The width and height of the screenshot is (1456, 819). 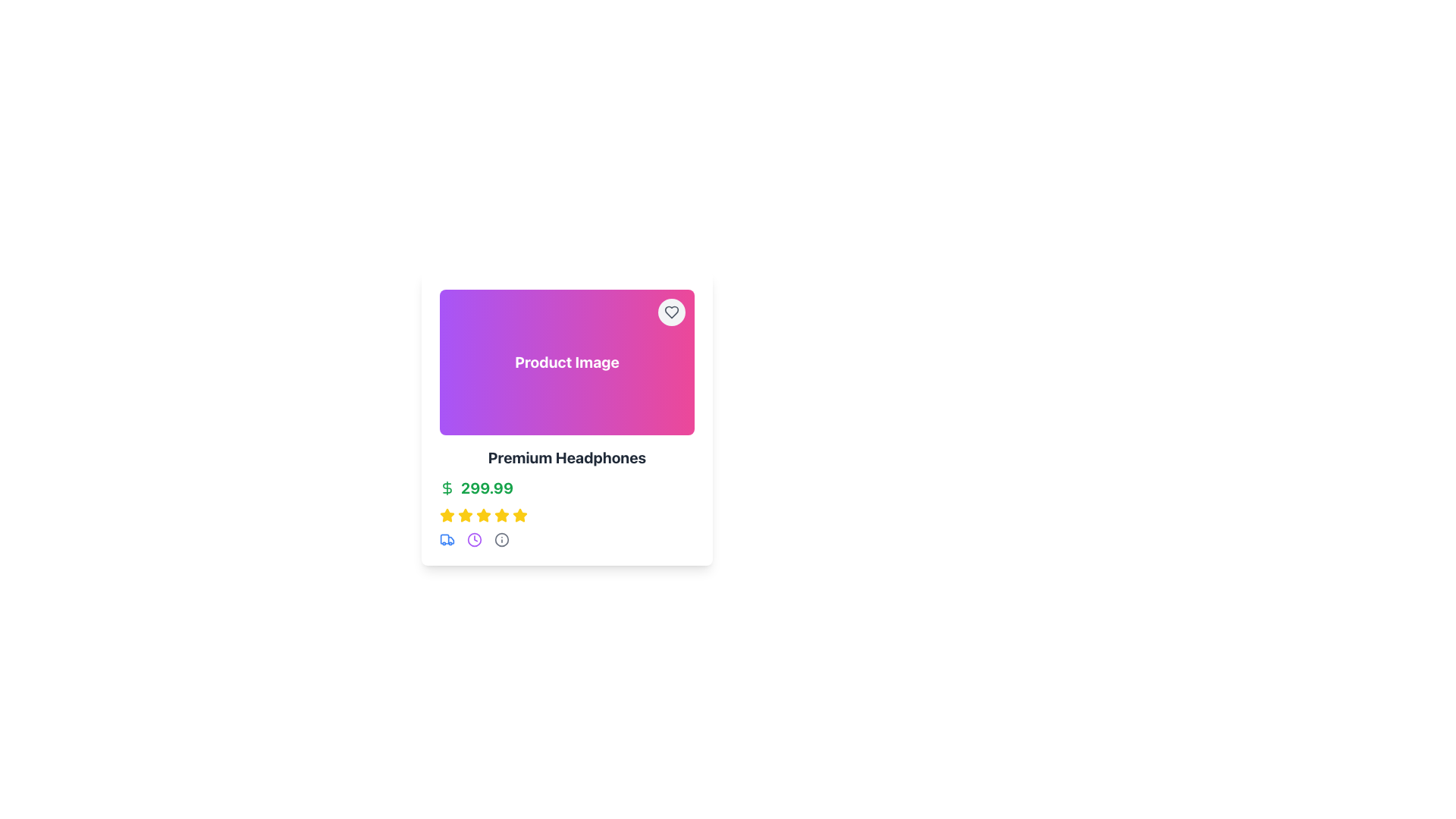 I want to click on the heart icon button in the top-right corner of the product card to mark the product as favorite, so click(x=671, y=312).